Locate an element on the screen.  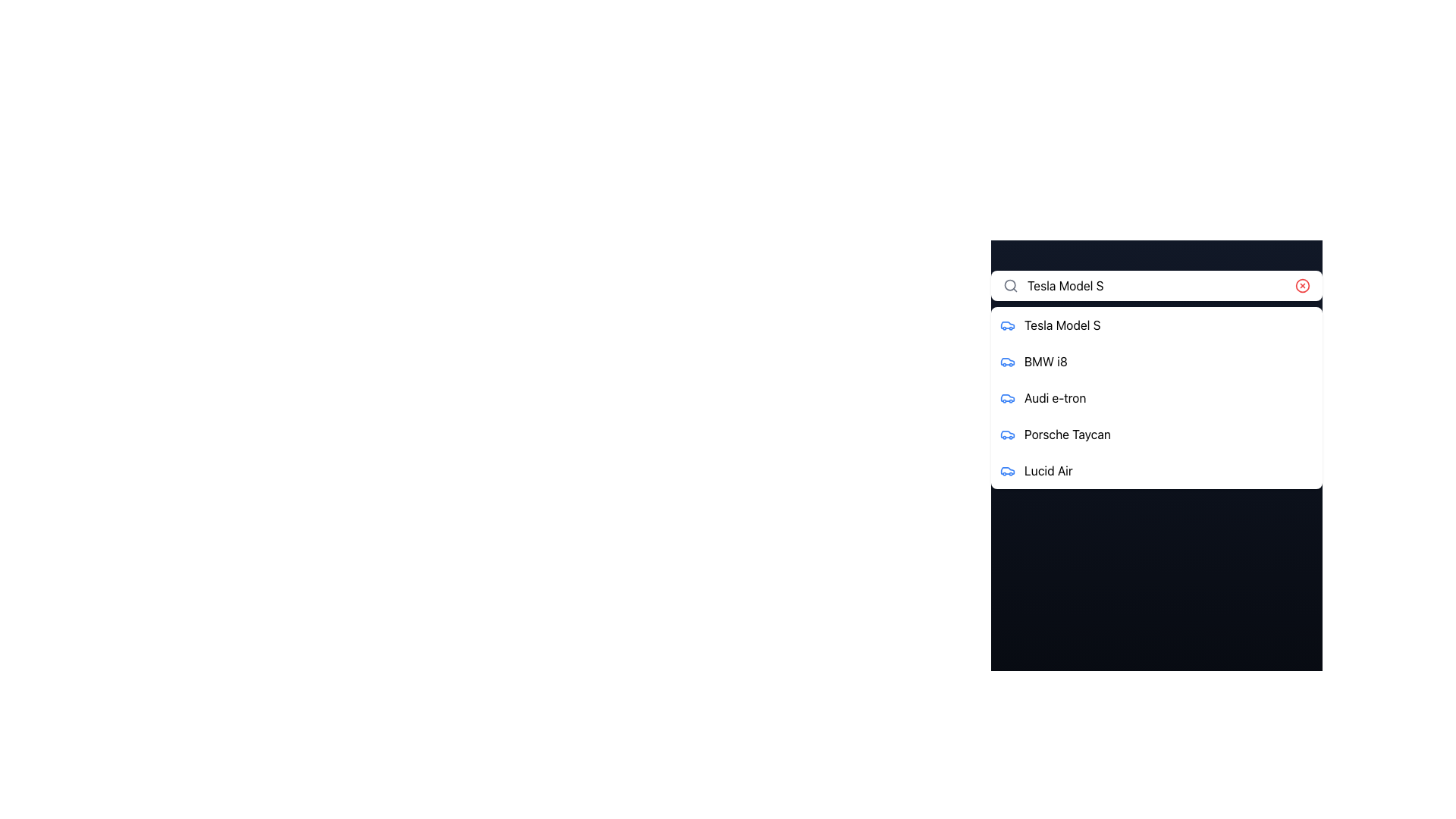
the icon that visually indicates the category or type associated with the text 'Porsche Taycan', positioned as the fourth item in a vertical list of car names is located at coordinates (1008, 435).